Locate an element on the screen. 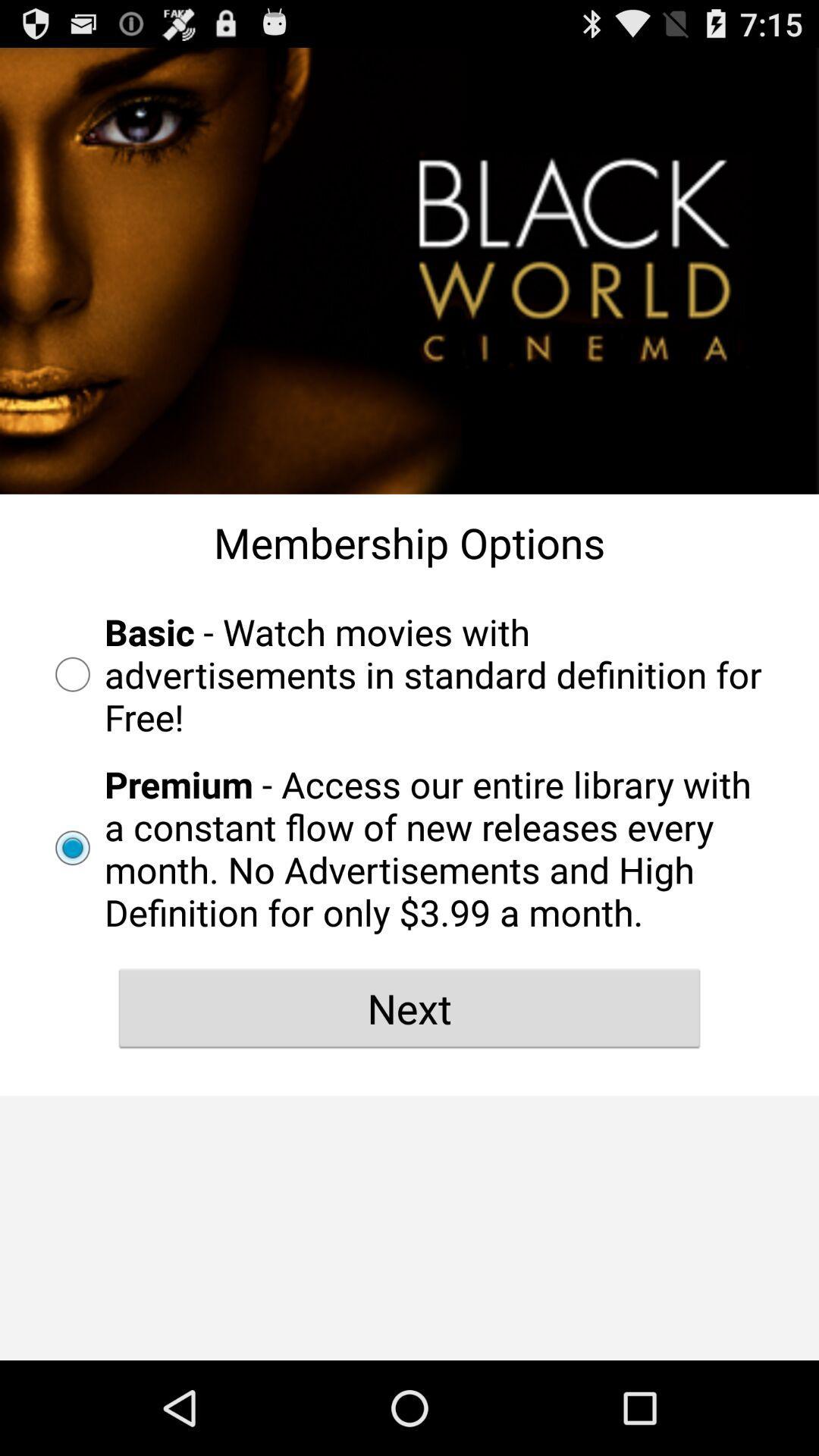 Image resolution: width=819 pixels, height=1456 pixels. item below premium access our item is located at coordinates (409, 1008).